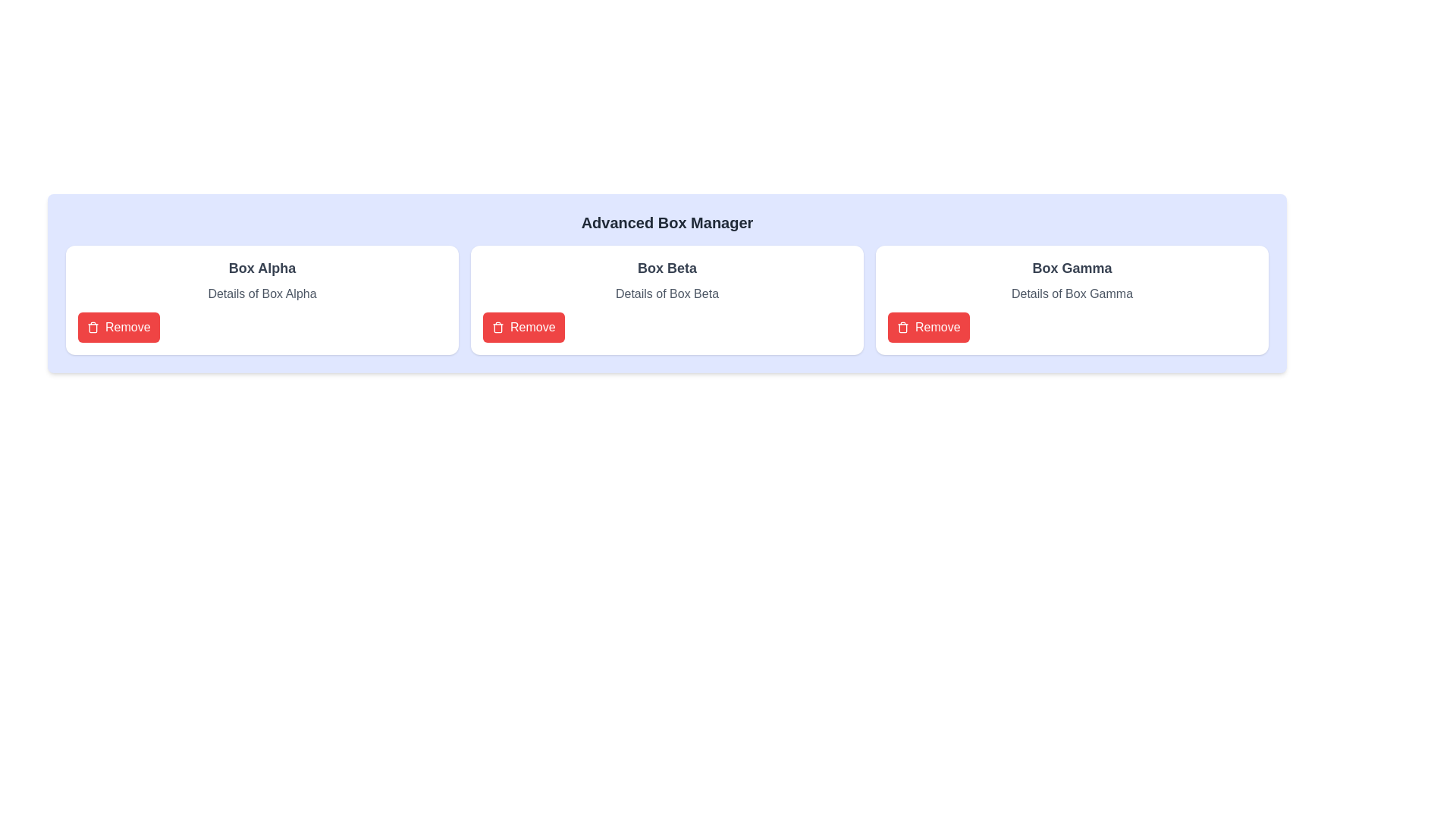 The height and width of the screenshot is (819, 1456). Describe the element at coordinates (667, 222) in the screenshot. I see `the bold heading text 'Advanced Box Manager' located at the top of a card with a light indigo background` at that location.